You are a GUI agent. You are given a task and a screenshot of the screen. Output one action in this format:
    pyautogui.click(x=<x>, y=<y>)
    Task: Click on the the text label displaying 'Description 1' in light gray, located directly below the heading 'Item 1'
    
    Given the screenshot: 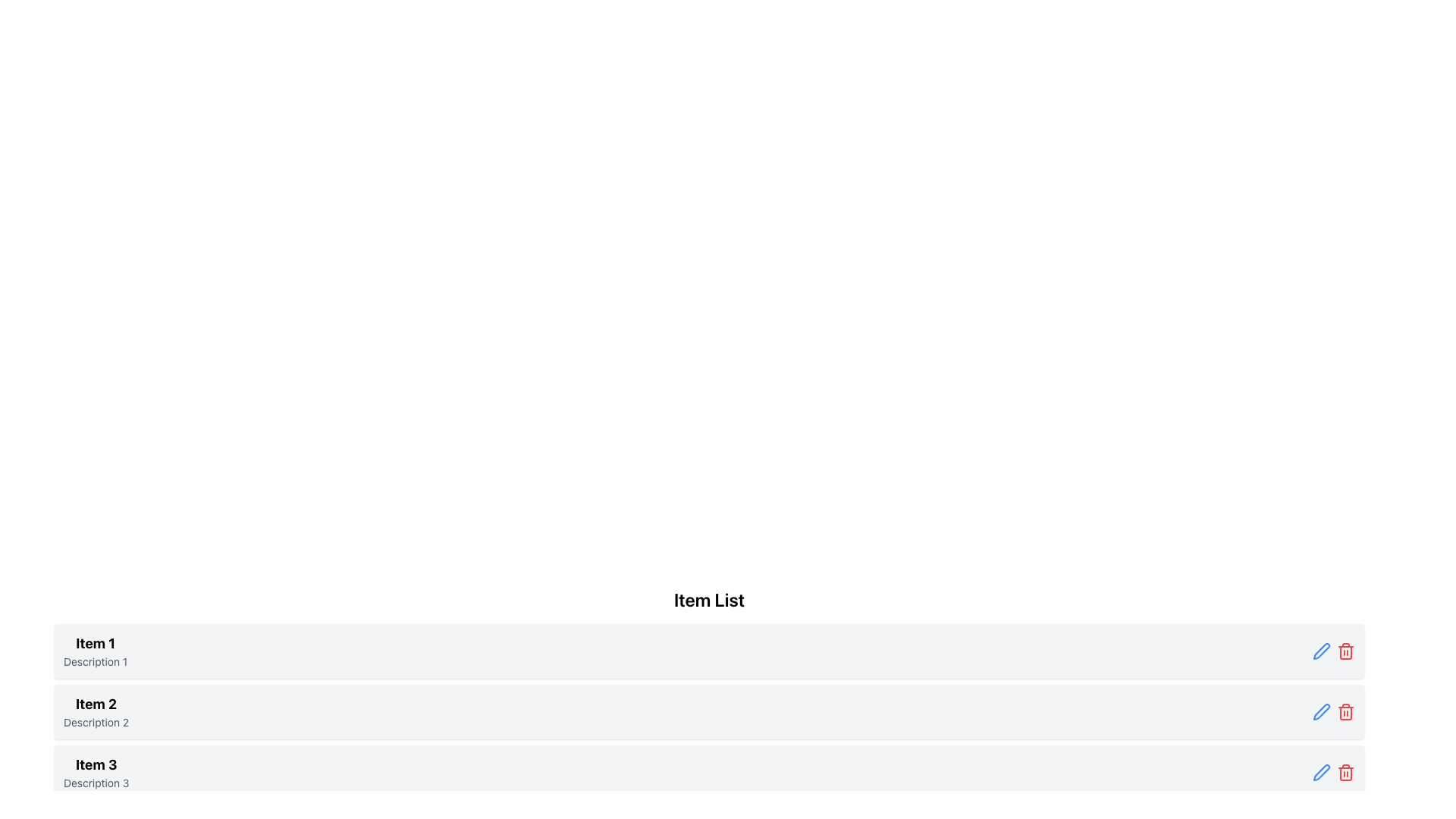 What is the action you would take?
    pyautogui.click(x=95, y=661)
    